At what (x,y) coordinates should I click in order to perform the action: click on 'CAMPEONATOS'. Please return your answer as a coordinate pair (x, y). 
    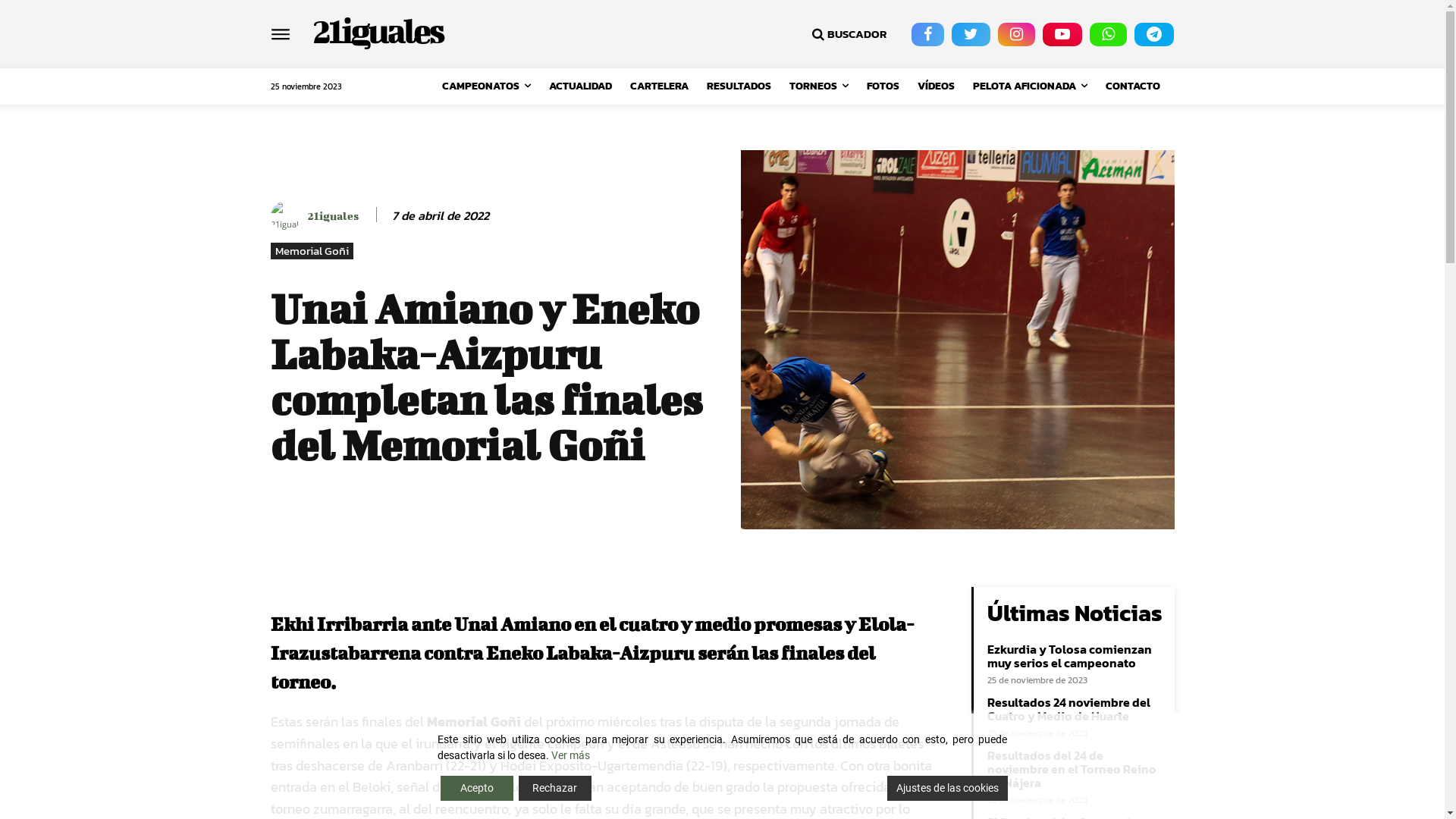
    Looking at the image, I should click on (486, 86).